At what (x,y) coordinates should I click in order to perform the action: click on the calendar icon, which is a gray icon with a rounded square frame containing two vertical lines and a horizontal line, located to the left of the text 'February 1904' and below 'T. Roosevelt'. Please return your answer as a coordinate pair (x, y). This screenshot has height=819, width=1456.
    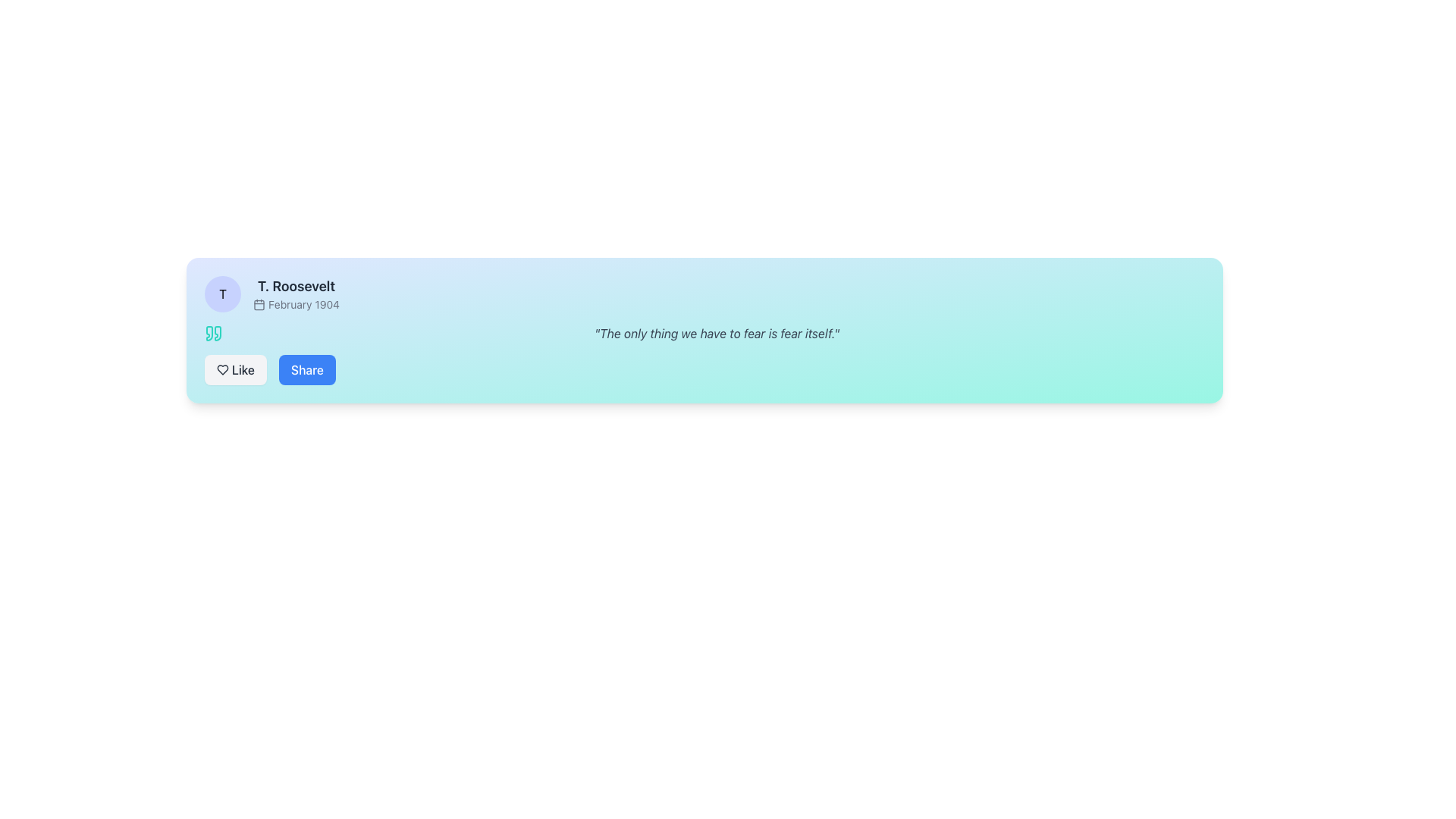
    Looking at the image, I should click on (259, 304).